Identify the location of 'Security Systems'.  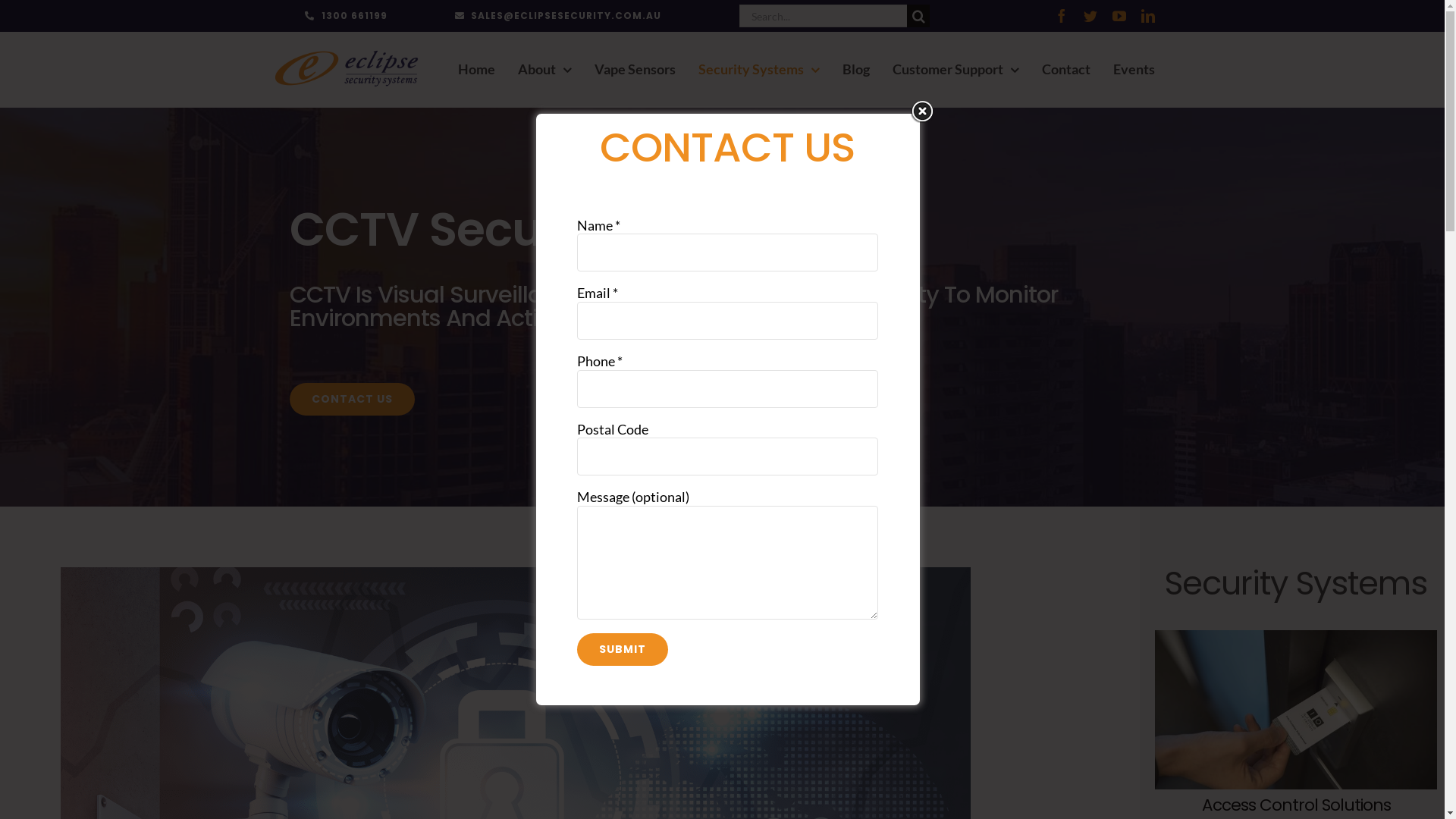
(759, 70).